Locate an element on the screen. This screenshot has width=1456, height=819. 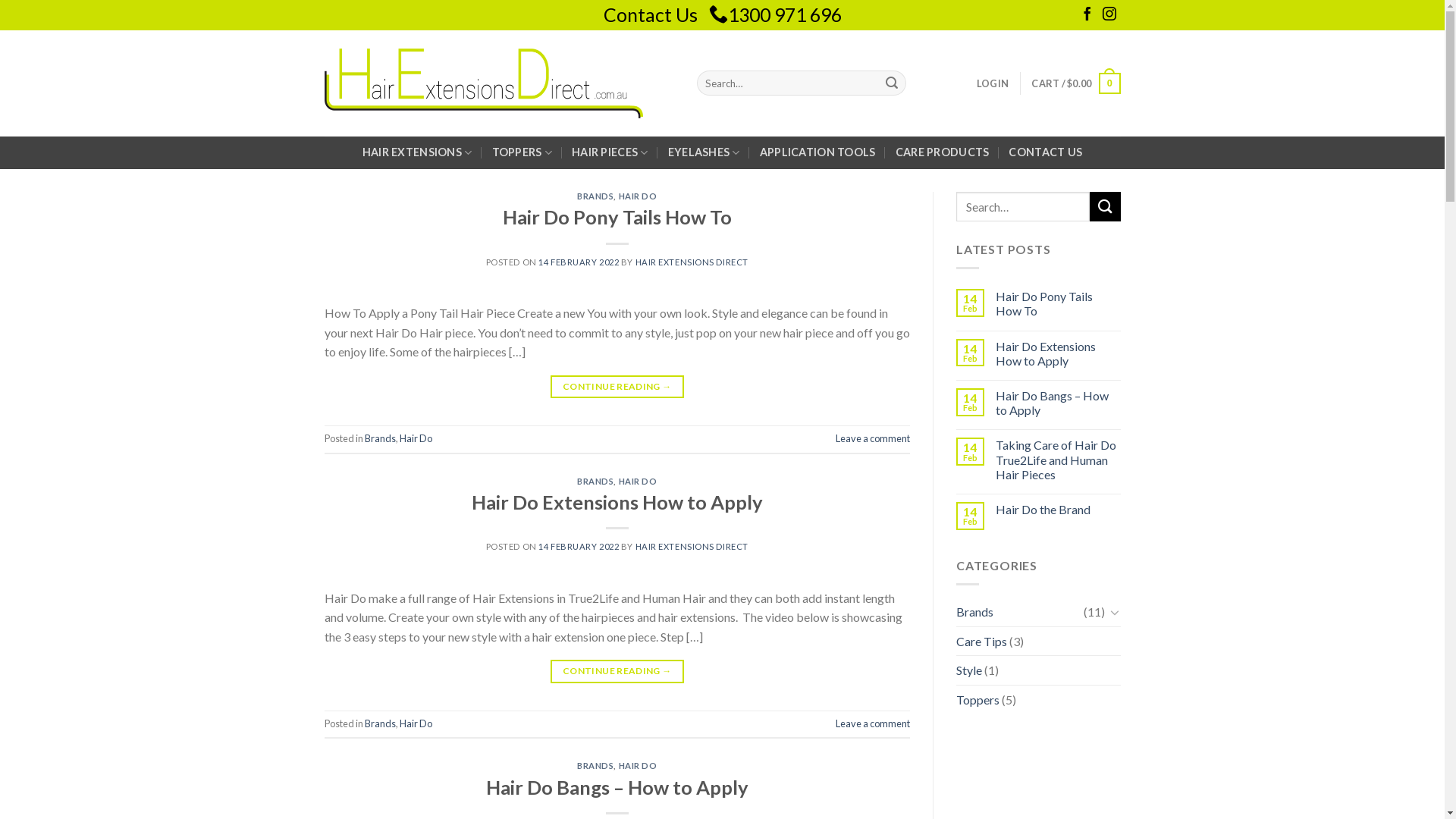
'LOGIN' is located at coordinates (993, 83).